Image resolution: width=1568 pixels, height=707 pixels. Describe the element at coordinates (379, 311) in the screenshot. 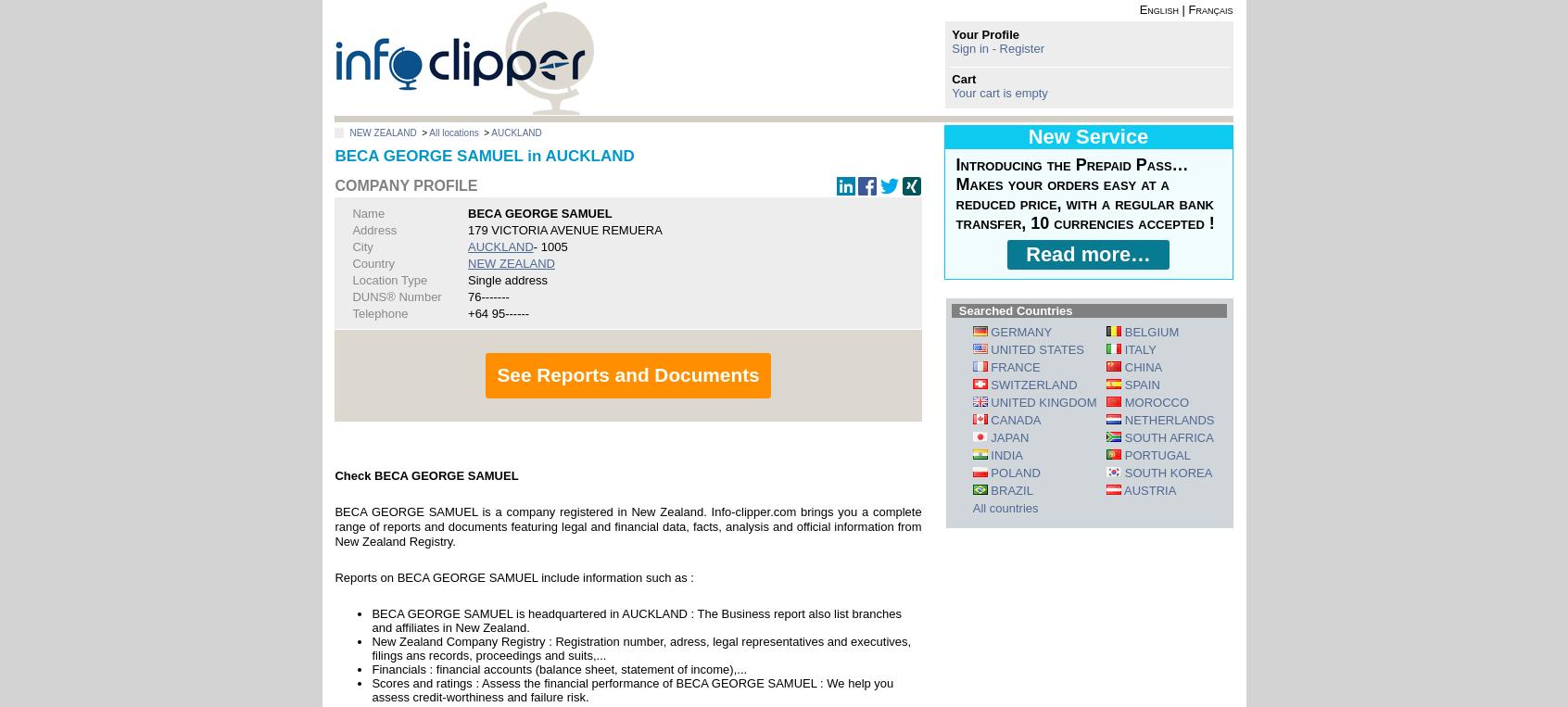

I see `'Telephone'` at that location.